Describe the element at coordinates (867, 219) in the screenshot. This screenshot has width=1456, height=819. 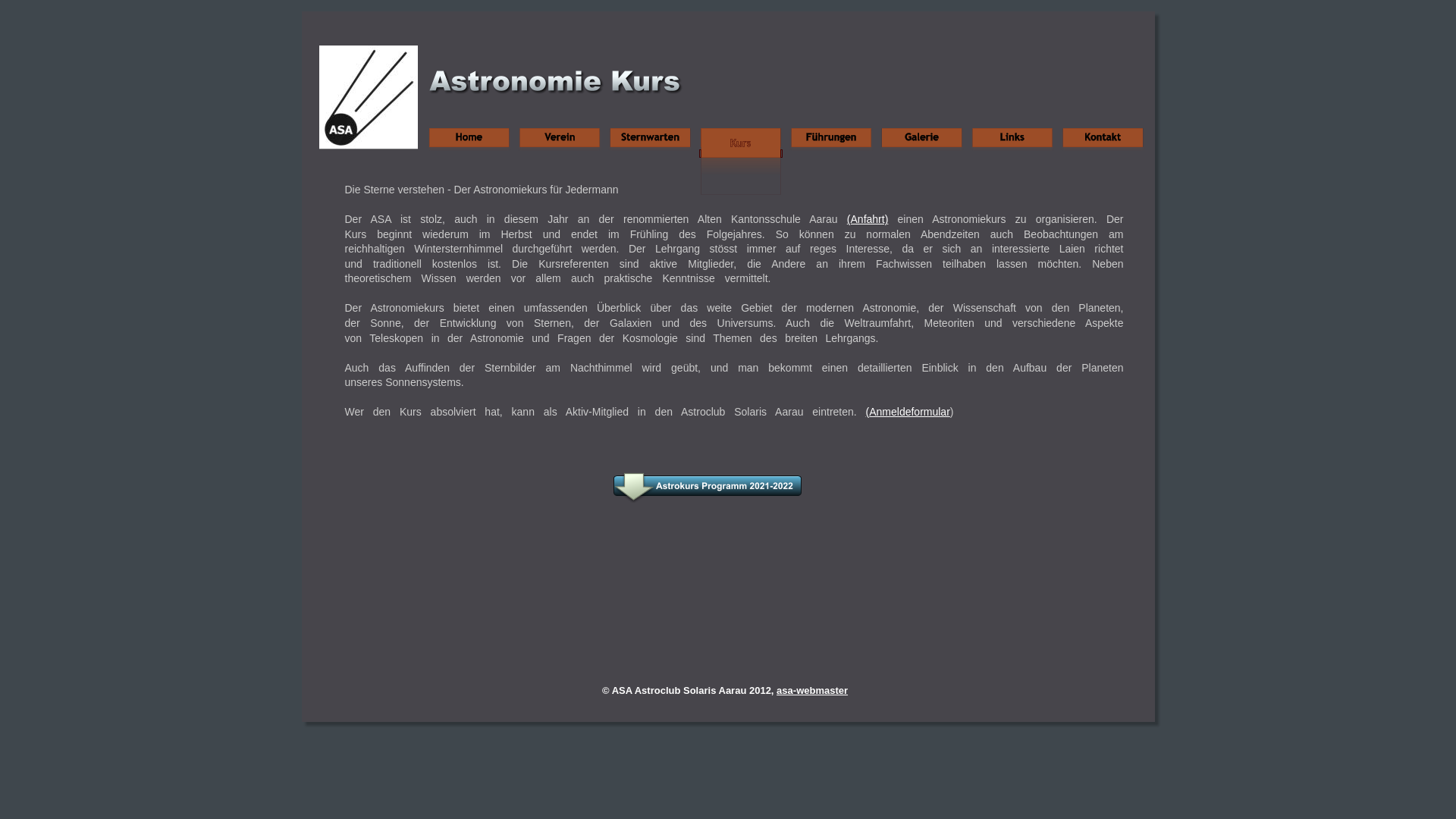
I see `'(Anfahrt)'` at that location.